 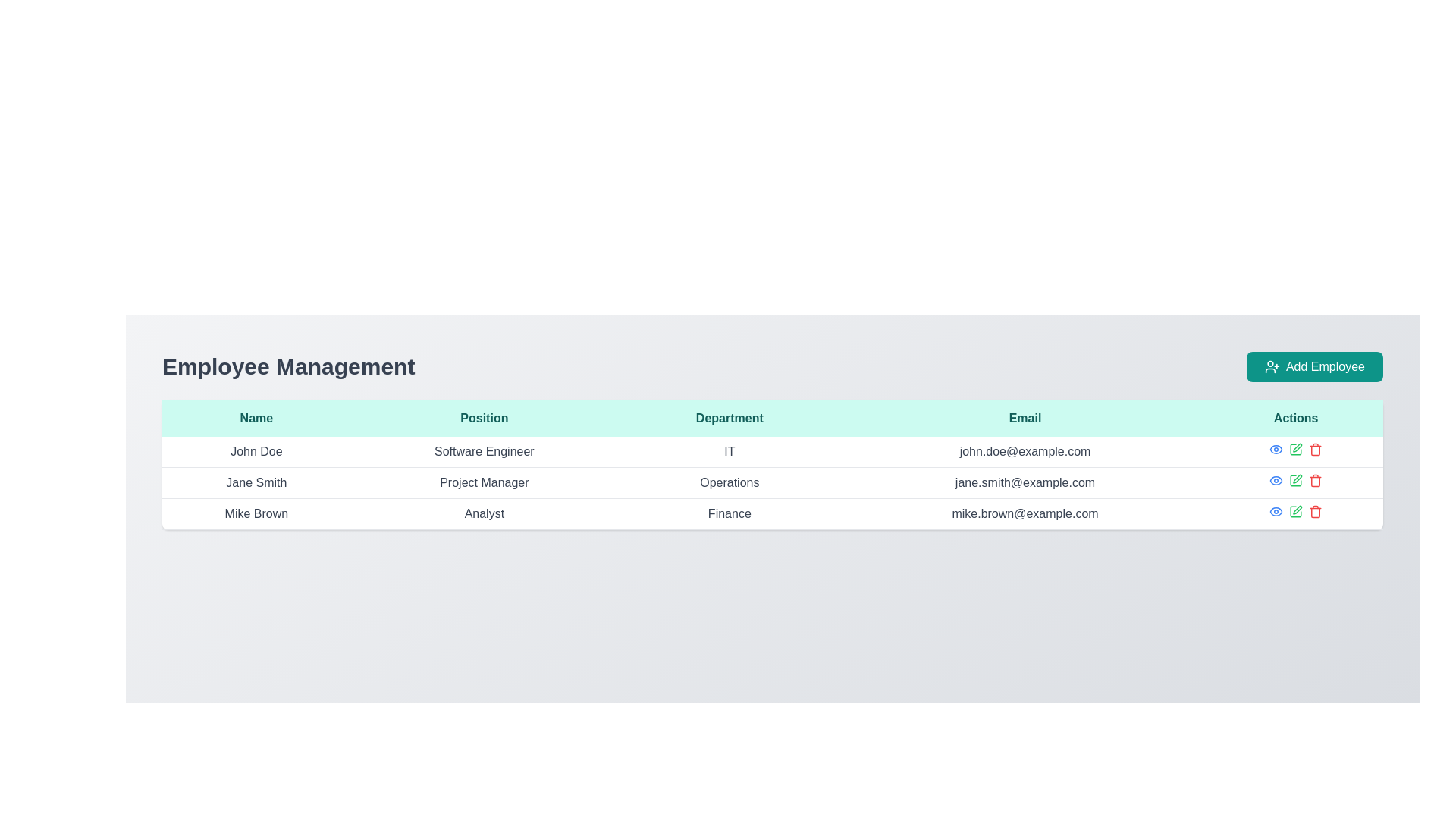 I want to click on the 'Add Employee' button, which is a teal rectangular button with white text and a user icon, located at the top-right corner of the interface, so click(x=1313, y=366).